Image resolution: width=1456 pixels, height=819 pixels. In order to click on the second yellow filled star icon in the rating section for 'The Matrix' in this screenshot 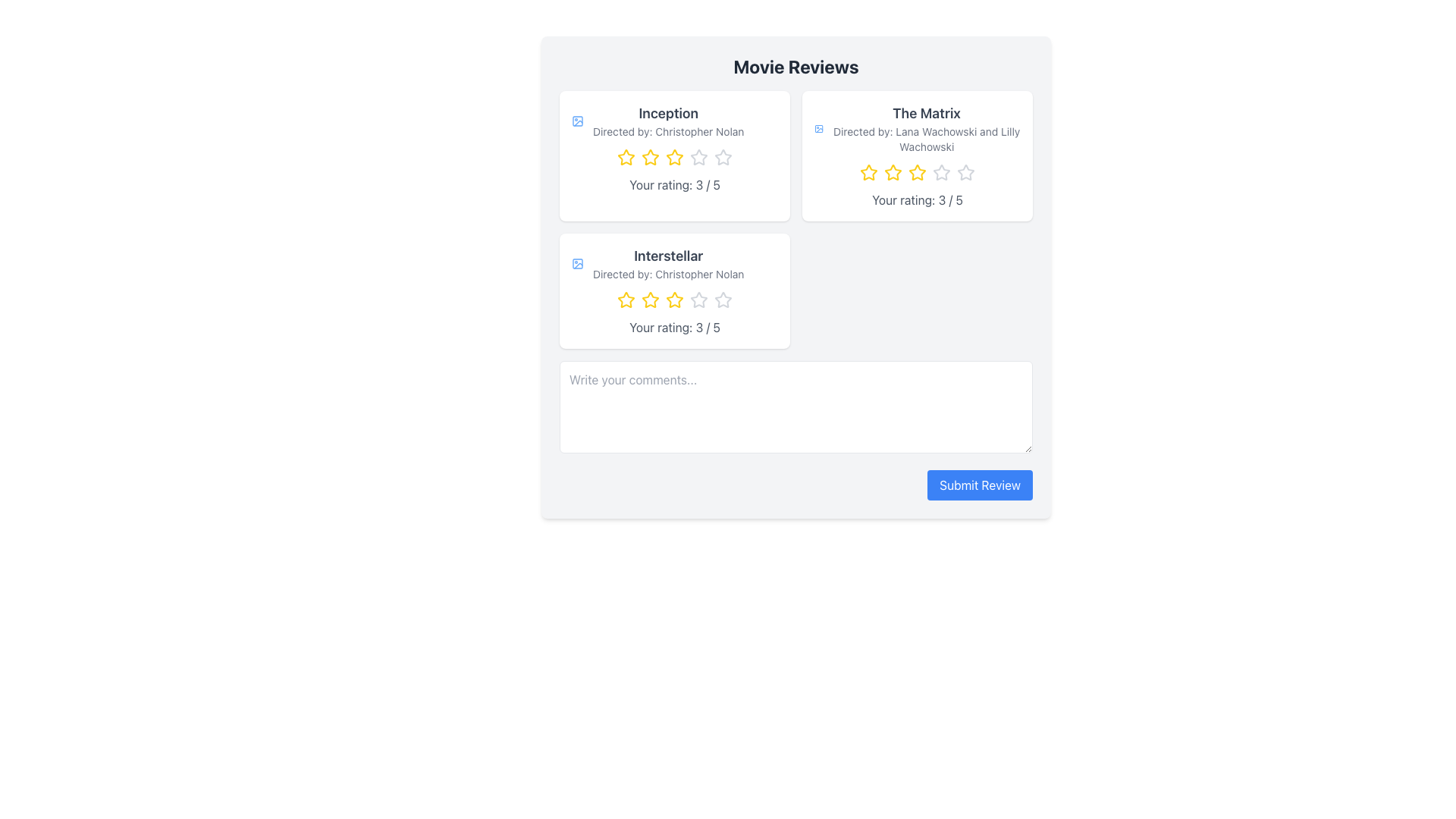, I will do `click(893, 171)`.